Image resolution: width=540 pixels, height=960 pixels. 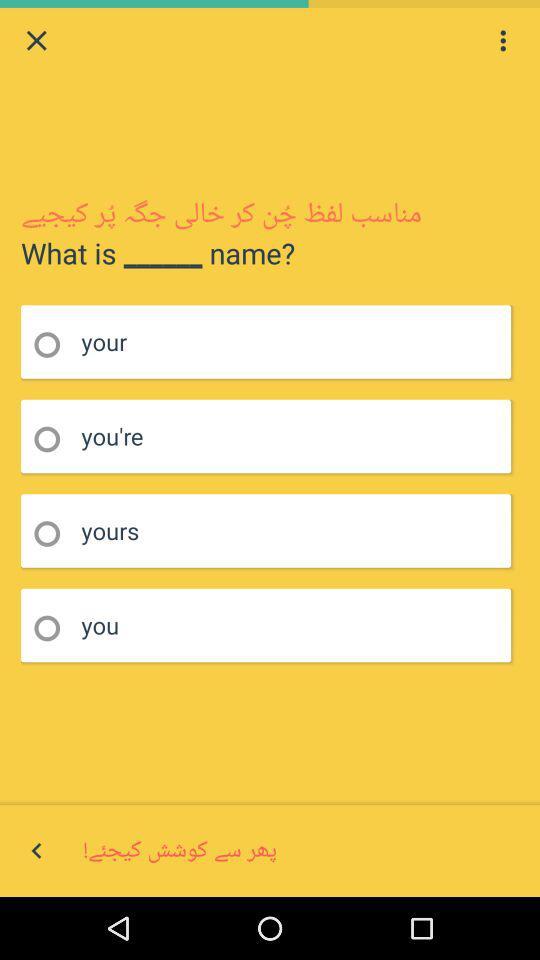 What do you see at coordinates (53, 439) in the screenshot?
I see `the option` at bounding box center [53, 439].